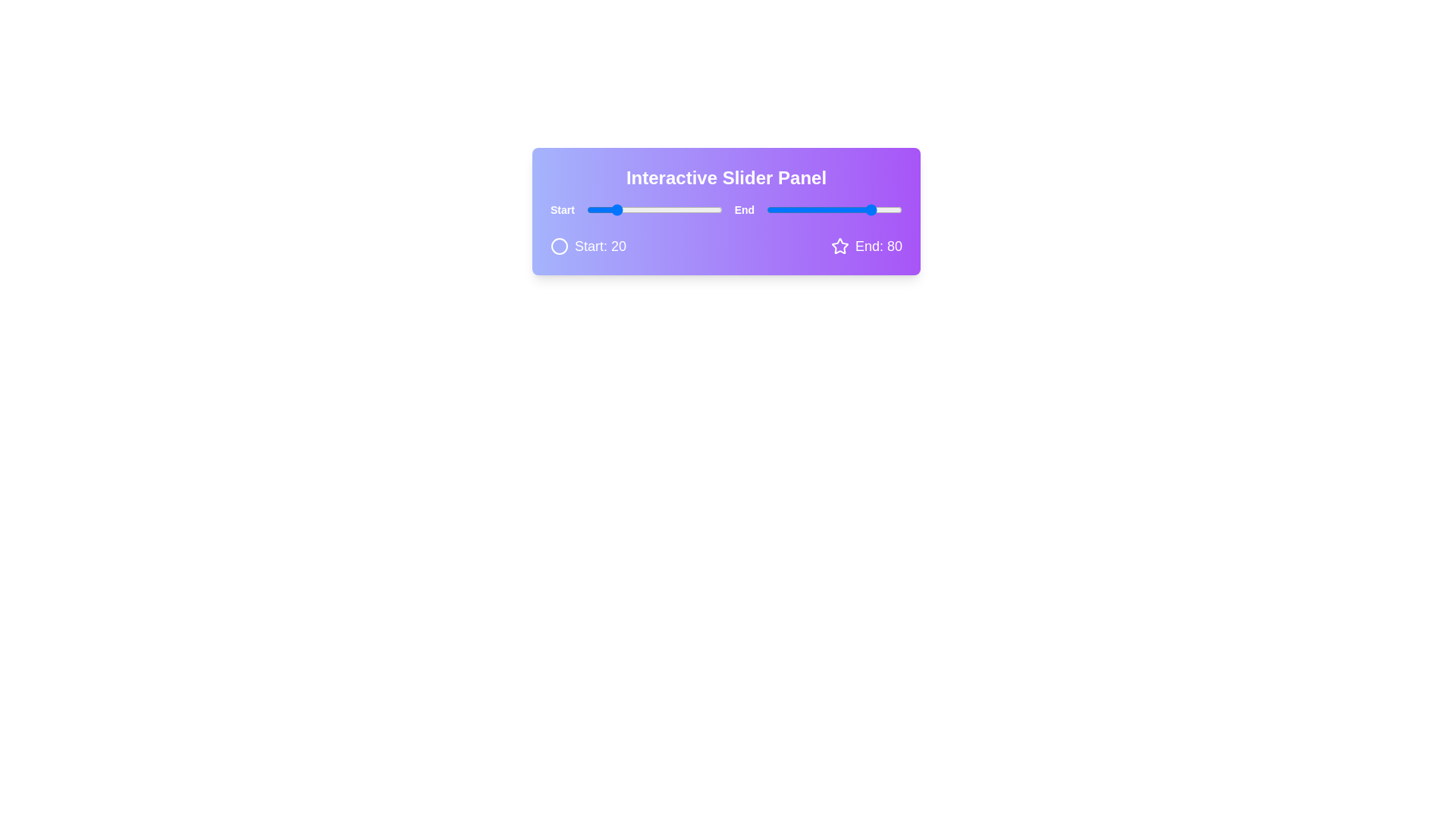 The image size is (1456, 819). What do you see at coordinates (559, 245) in the screenshot?
I see `the circular UI component with a visible border and hollow center located to the left within an interactive panel` at bounding box center [559, 245].